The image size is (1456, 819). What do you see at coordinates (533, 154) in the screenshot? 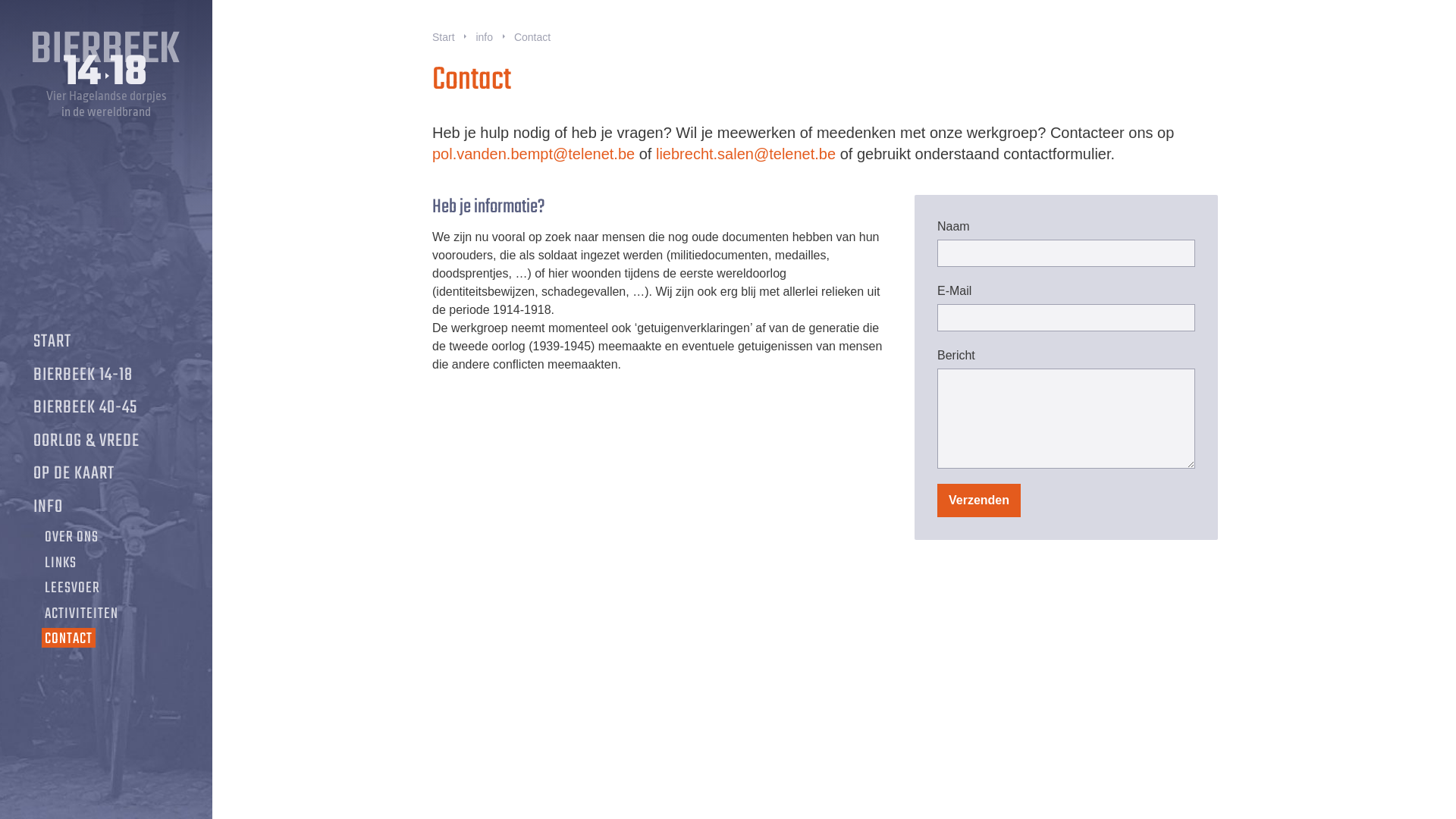
I see `'pol.vanden.bempt@telenet.be'` at bounding box center [533, 154].